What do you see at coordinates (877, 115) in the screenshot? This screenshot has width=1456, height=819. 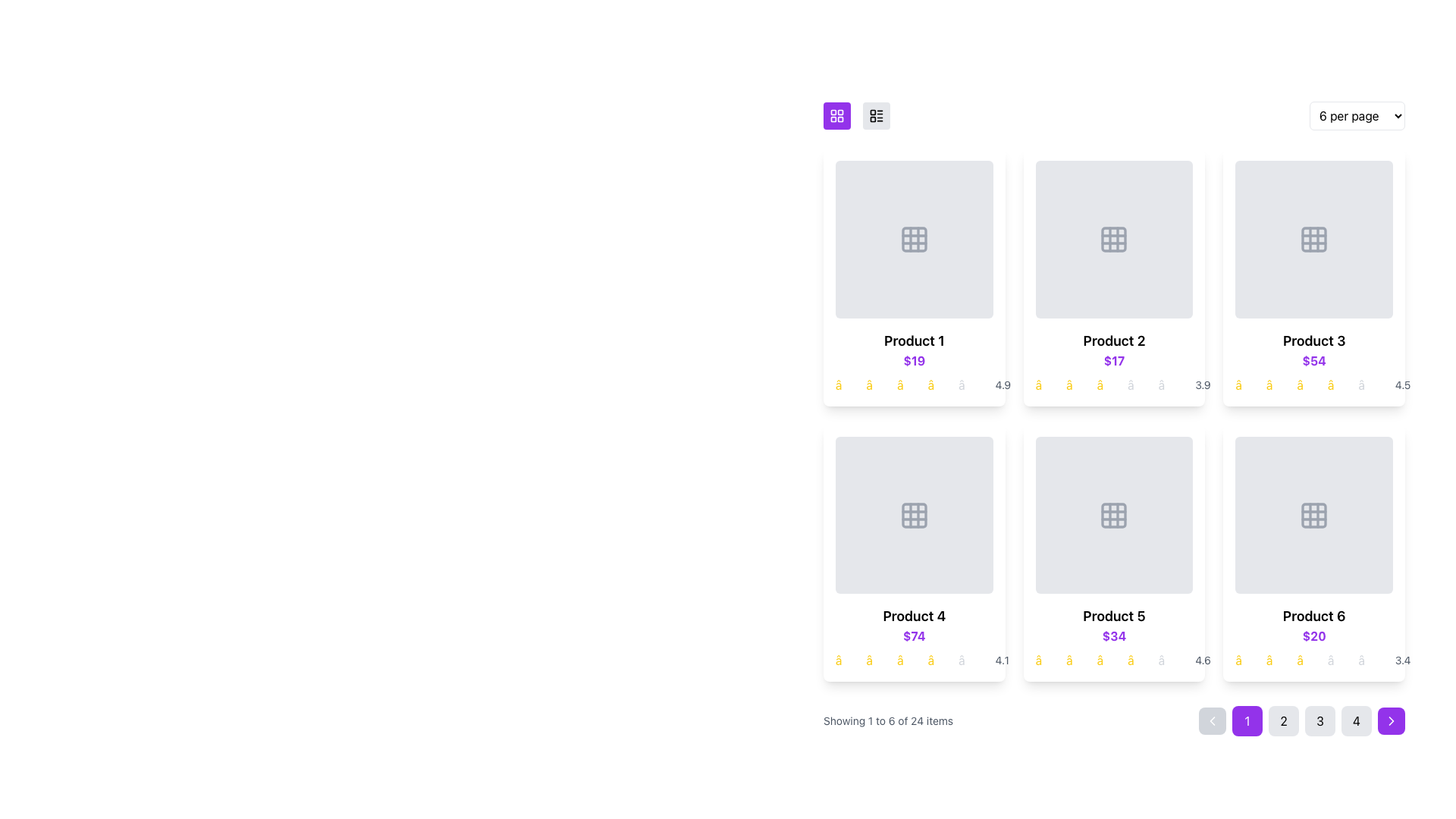 I see `the light gray circular button with a list structure icon` at bounding box center [877, 115].